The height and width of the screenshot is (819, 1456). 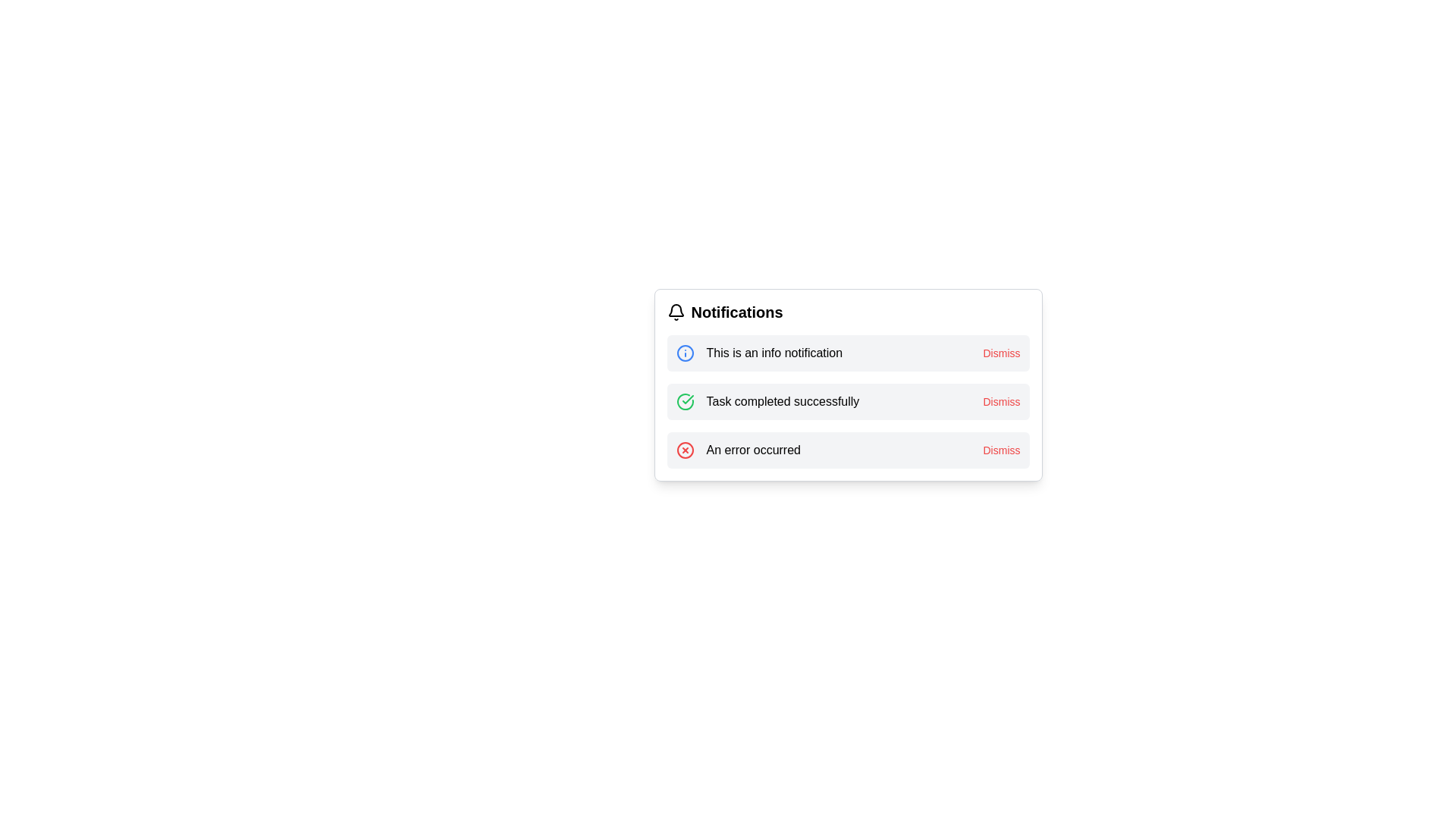 I want to click on the 'Dismiss' button with red-colored font, so click(x=1001, y=353).